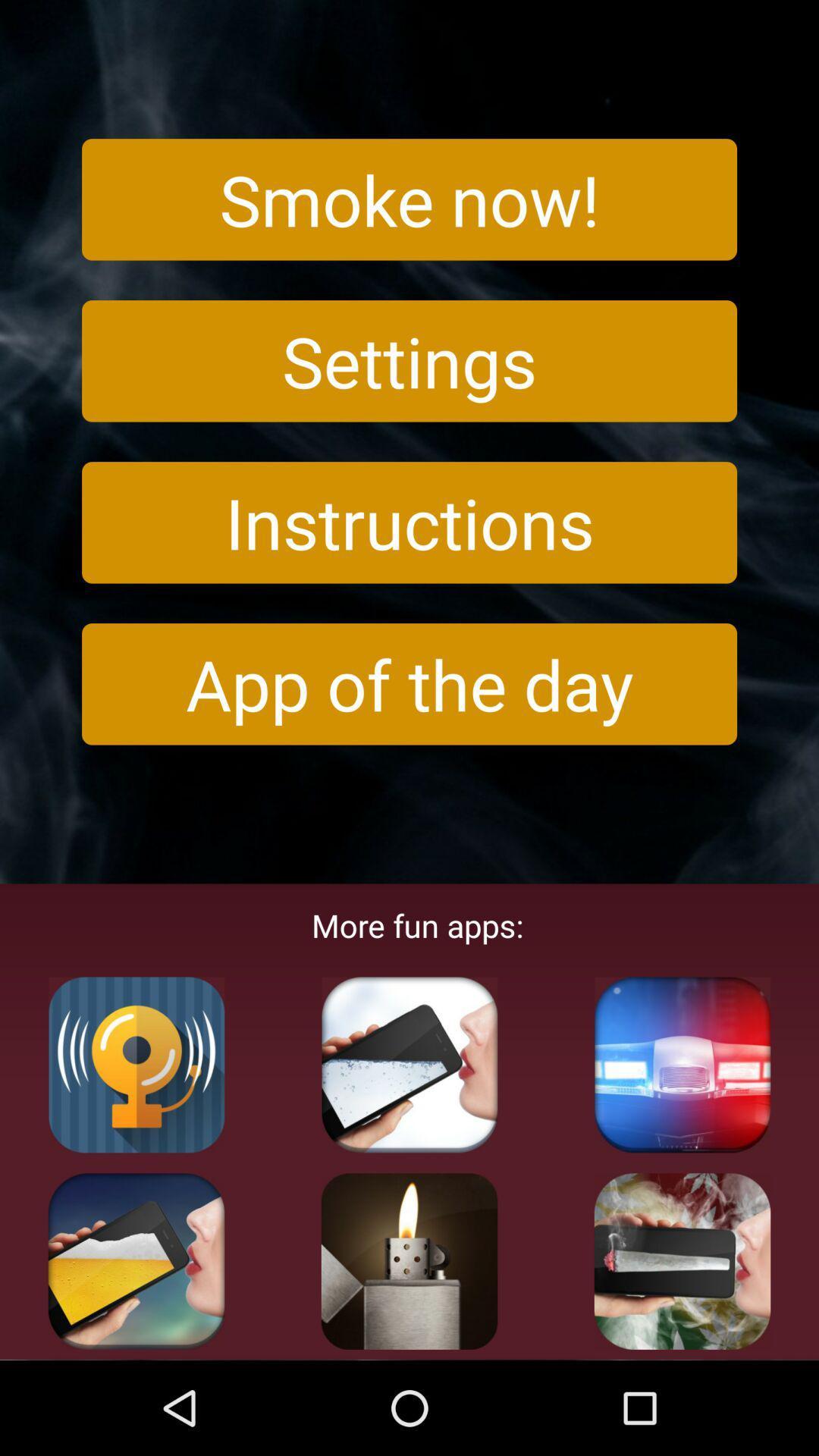 This screenshot has height=1456, width=819. I want to click on swtich autoplay option, so click(681, 1064).